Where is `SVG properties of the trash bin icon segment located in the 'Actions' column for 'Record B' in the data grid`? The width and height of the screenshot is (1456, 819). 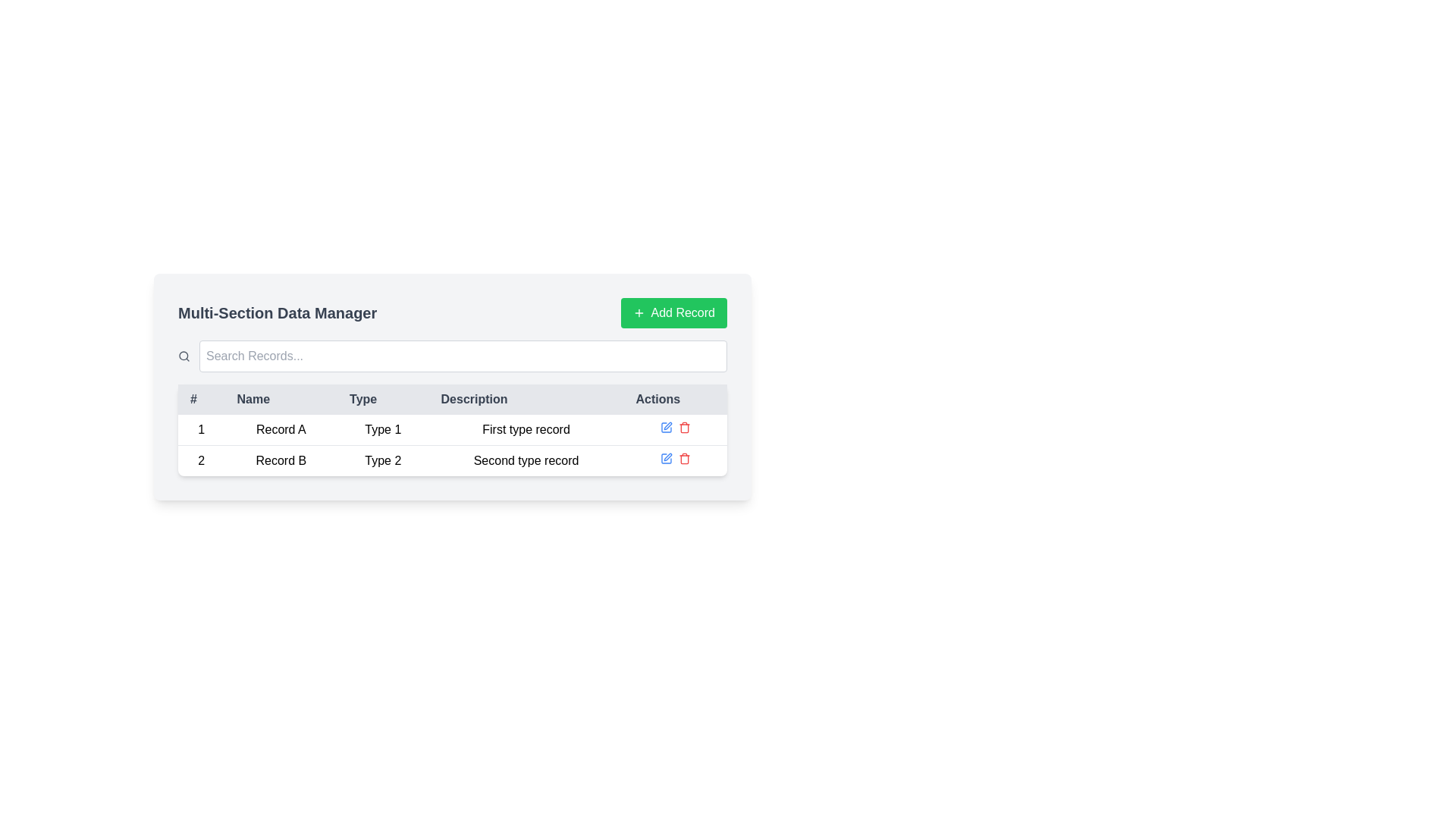 SVG properties of the trash bin icon segment located in the 'Actions' column for 'Record B' in the data grid is located at coordinates (683, 459).